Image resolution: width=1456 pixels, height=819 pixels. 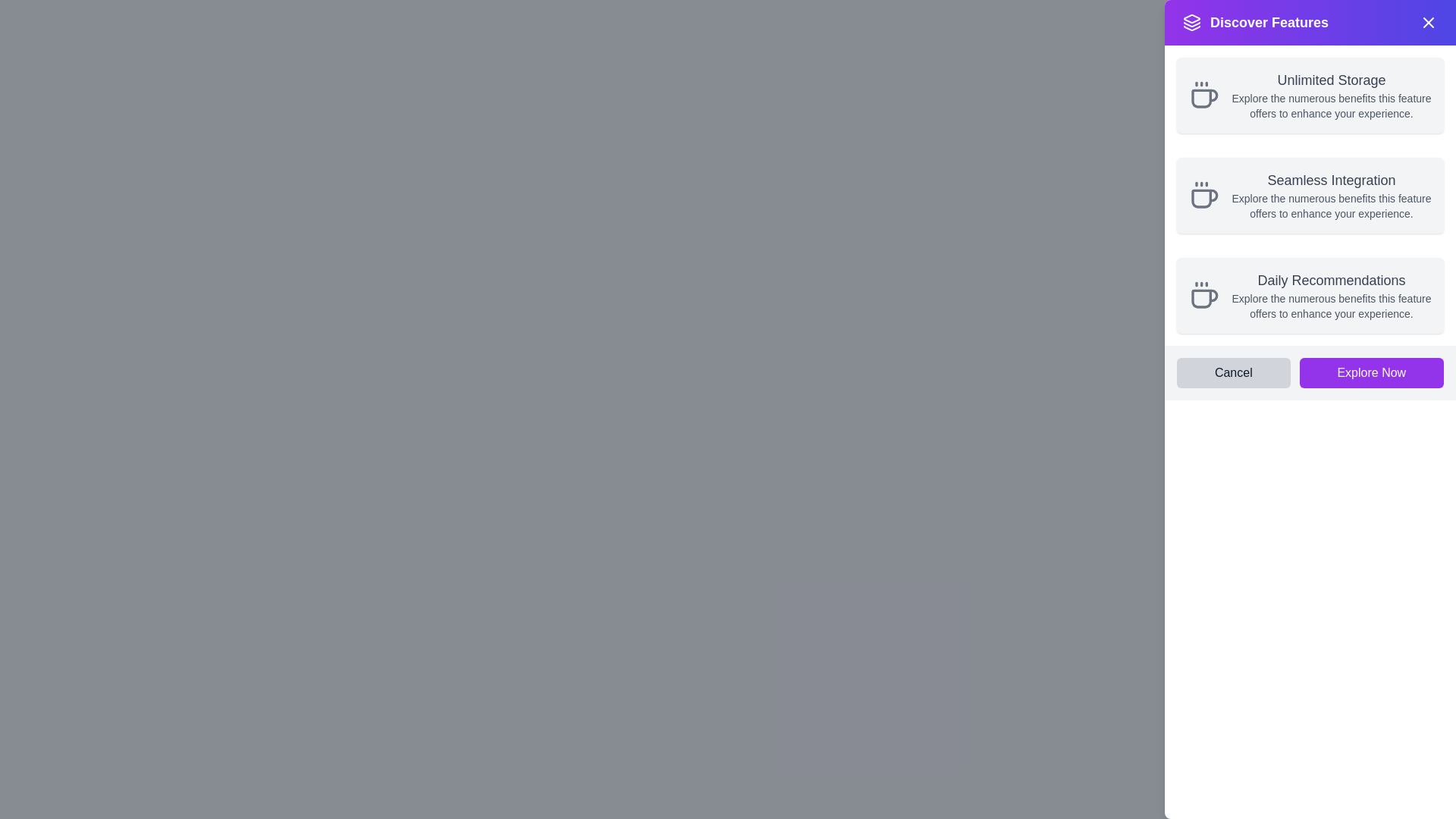 What do you see at coordinates (1427, 23) in the screenshot?
I see `the close icon (an 'X' shape SVG button) located at the top-right corner of the purple header bar titled 'Discover Features'` at bounding box center [1427, 23].